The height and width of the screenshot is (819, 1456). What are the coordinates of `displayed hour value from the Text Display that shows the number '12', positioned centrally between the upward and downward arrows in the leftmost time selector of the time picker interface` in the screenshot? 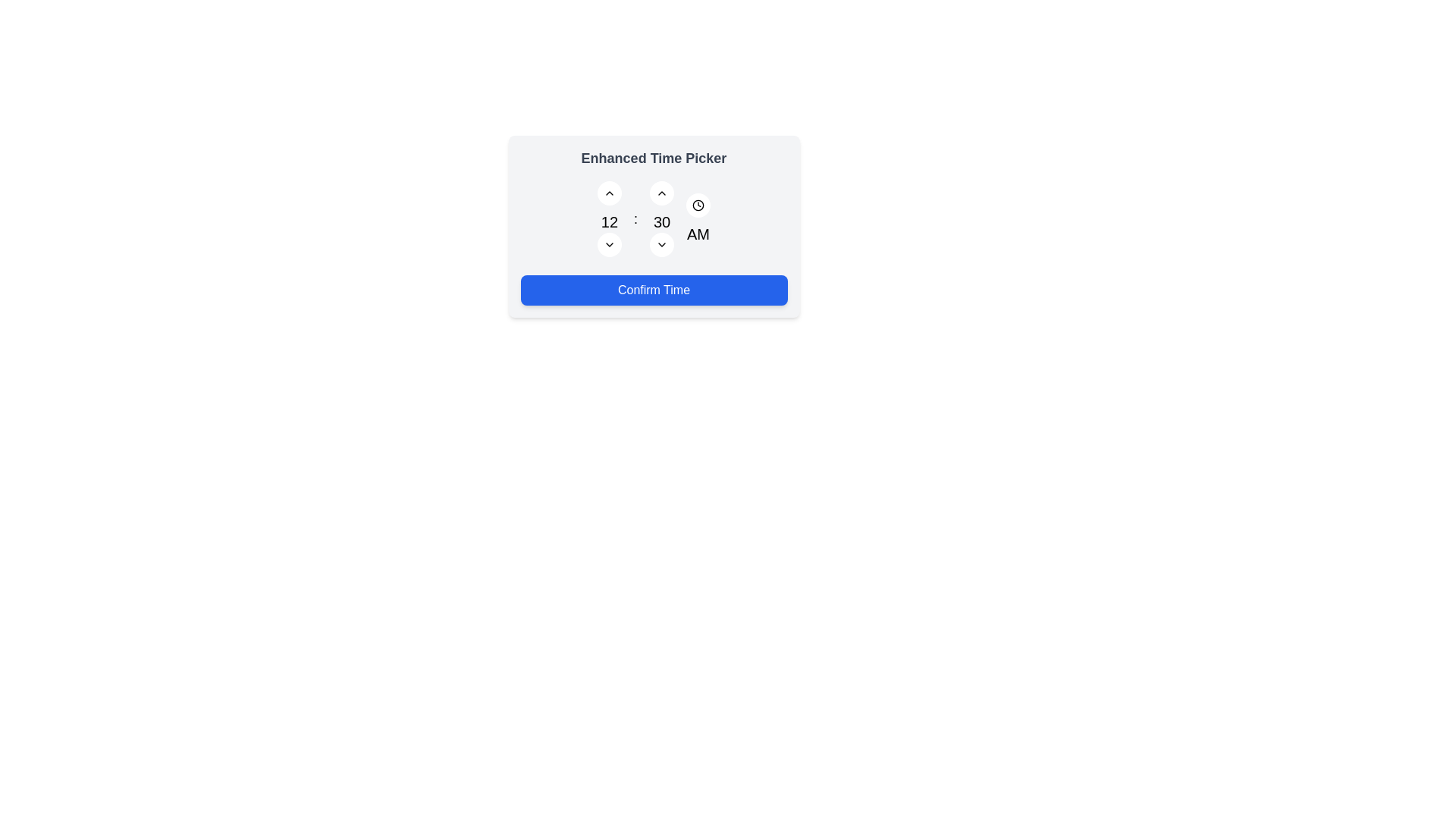 It's located at (609, 219).